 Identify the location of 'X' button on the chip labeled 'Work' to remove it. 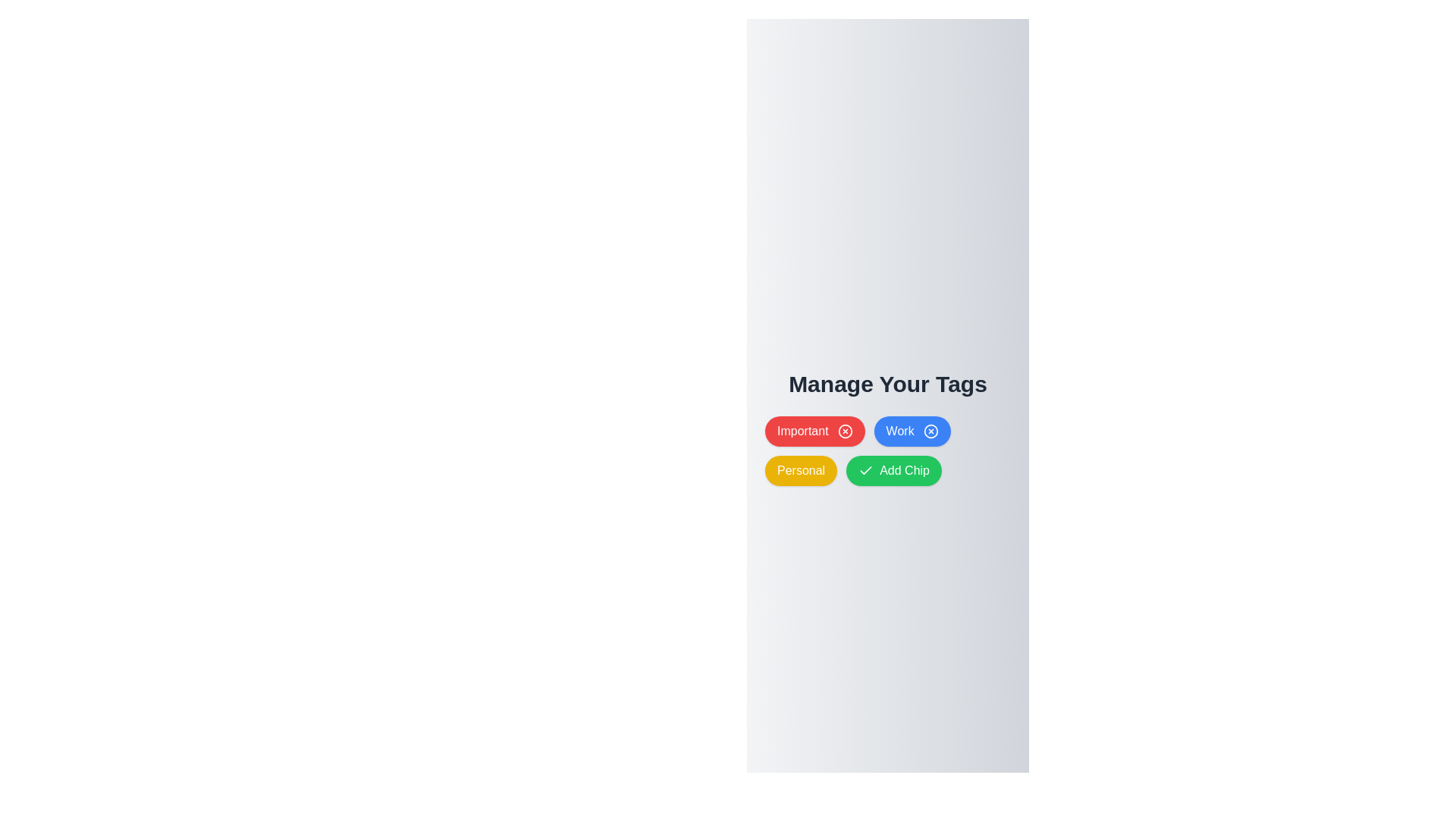
(930, 431).